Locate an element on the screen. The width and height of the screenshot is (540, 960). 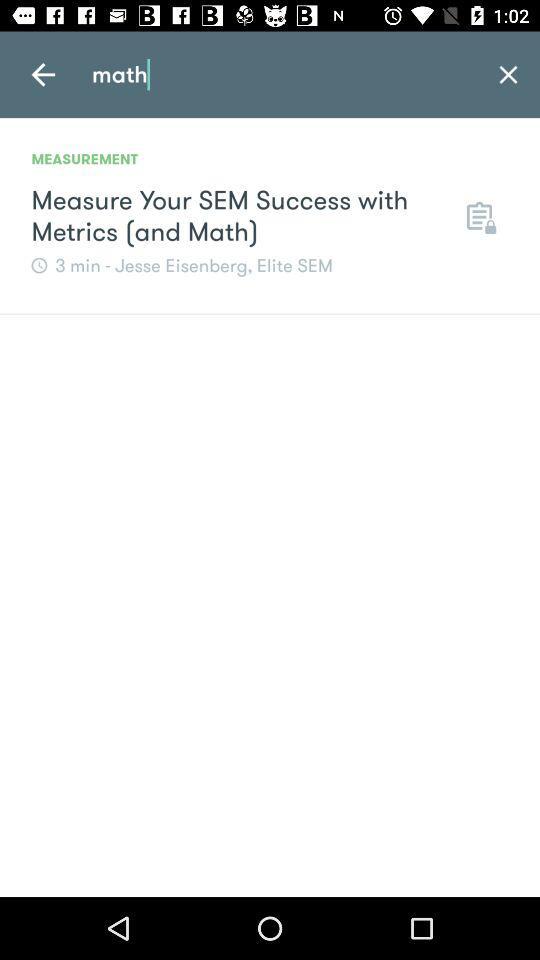
item below the math is located at coordinates (478, 216).